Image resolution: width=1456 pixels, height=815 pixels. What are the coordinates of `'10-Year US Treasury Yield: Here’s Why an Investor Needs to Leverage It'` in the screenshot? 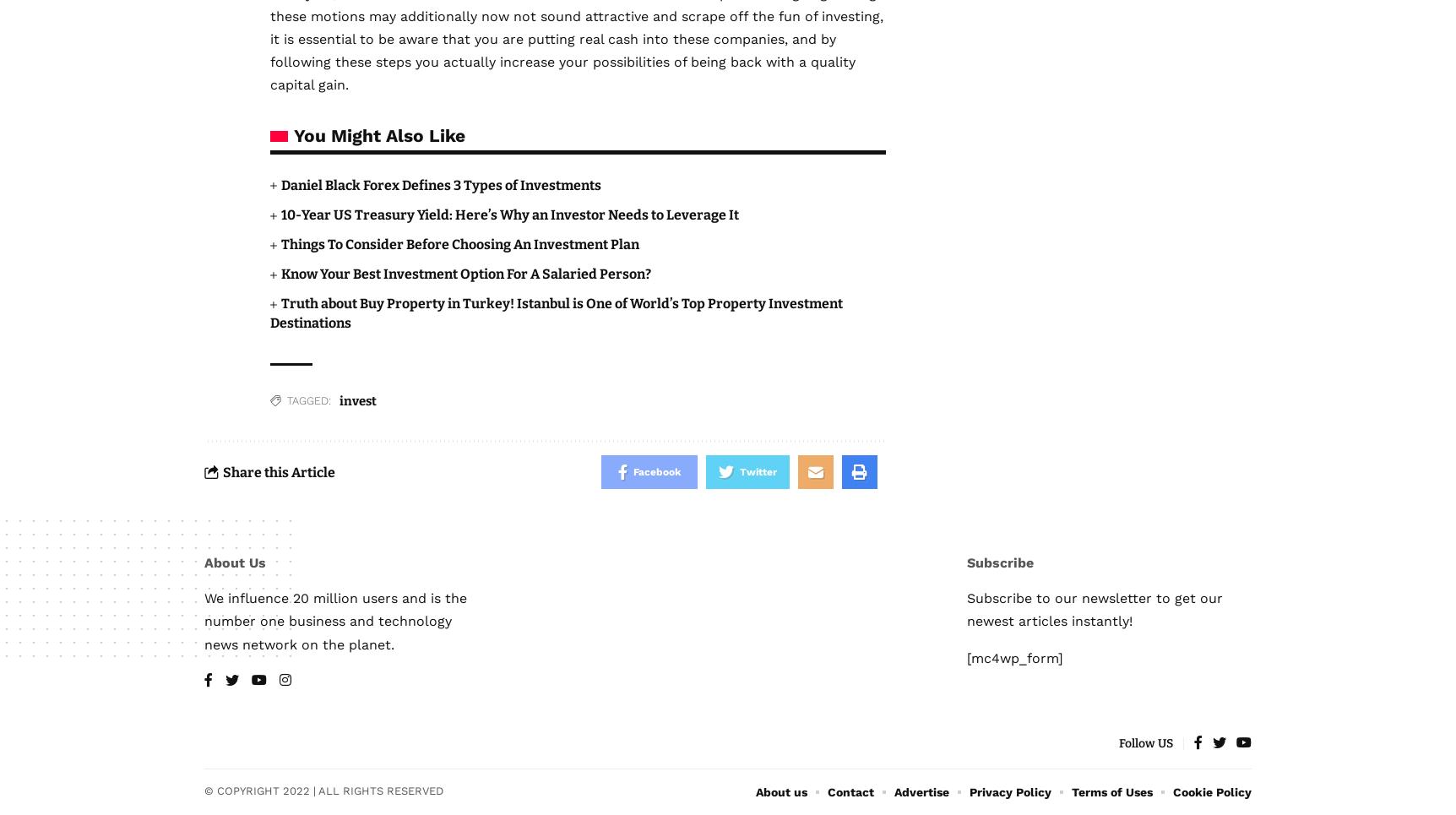 It's located at (509, 213).